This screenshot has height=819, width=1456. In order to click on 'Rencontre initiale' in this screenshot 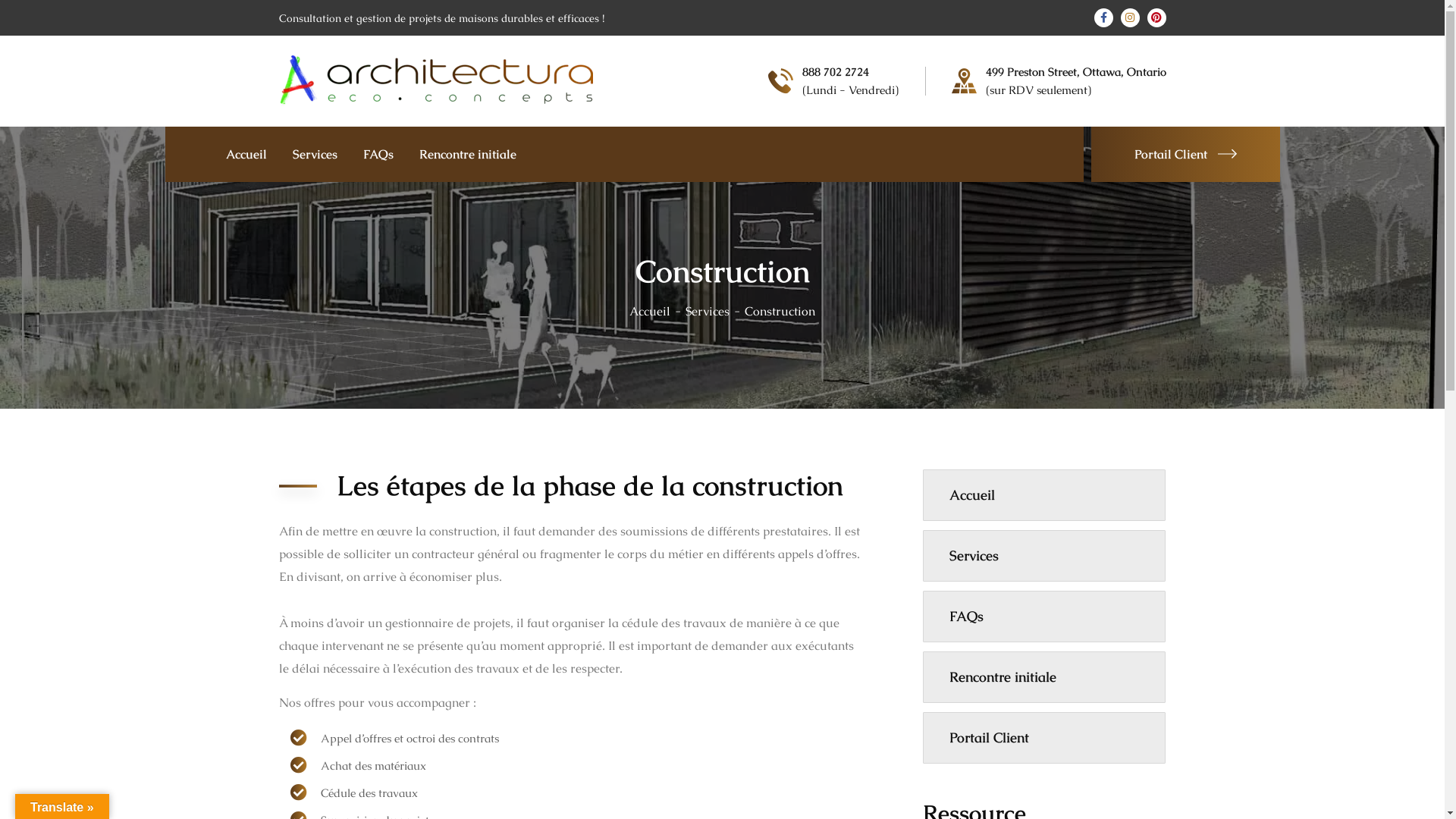, I will do `click(466, 154)`.